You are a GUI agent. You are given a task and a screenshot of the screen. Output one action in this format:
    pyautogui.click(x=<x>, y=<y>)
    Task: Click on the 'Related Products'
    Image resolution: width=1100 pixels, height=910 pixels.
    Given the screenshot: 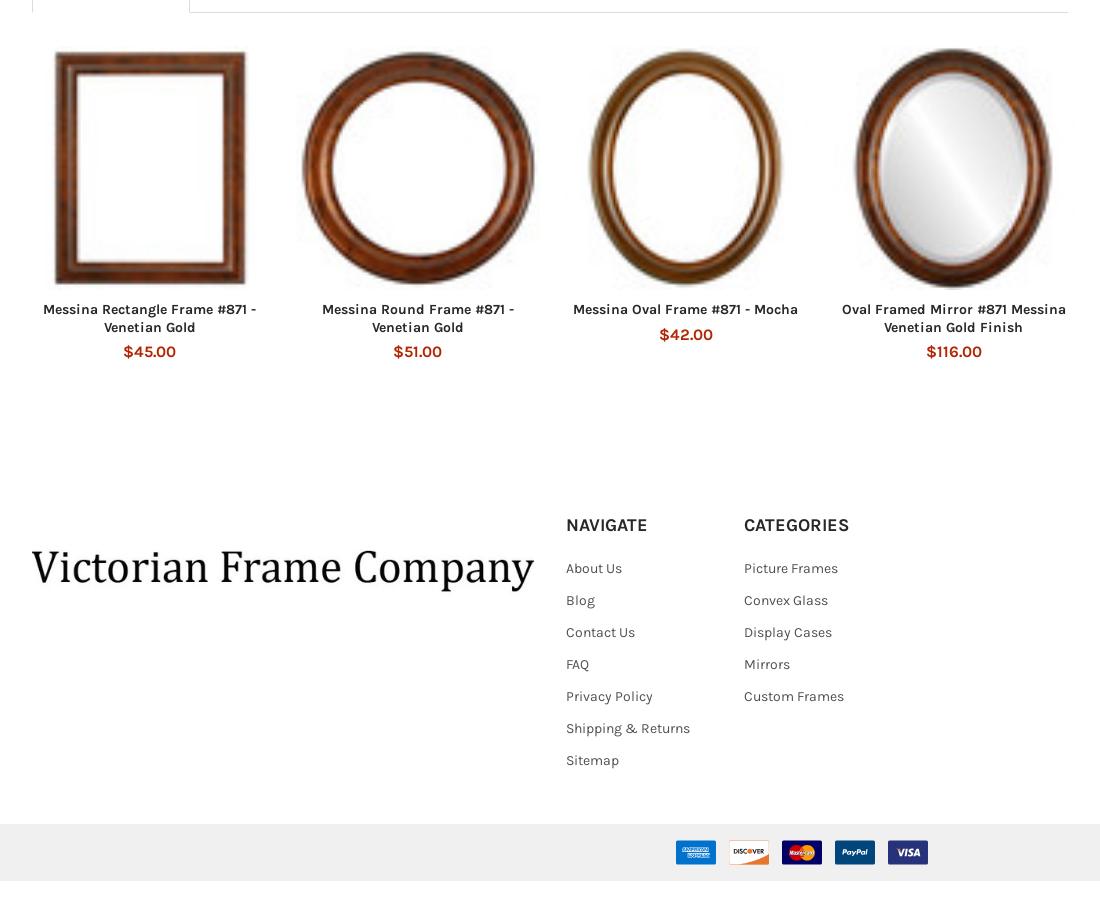 What is the action you would take?
    pyautogui.click(x=110, y=18)
    